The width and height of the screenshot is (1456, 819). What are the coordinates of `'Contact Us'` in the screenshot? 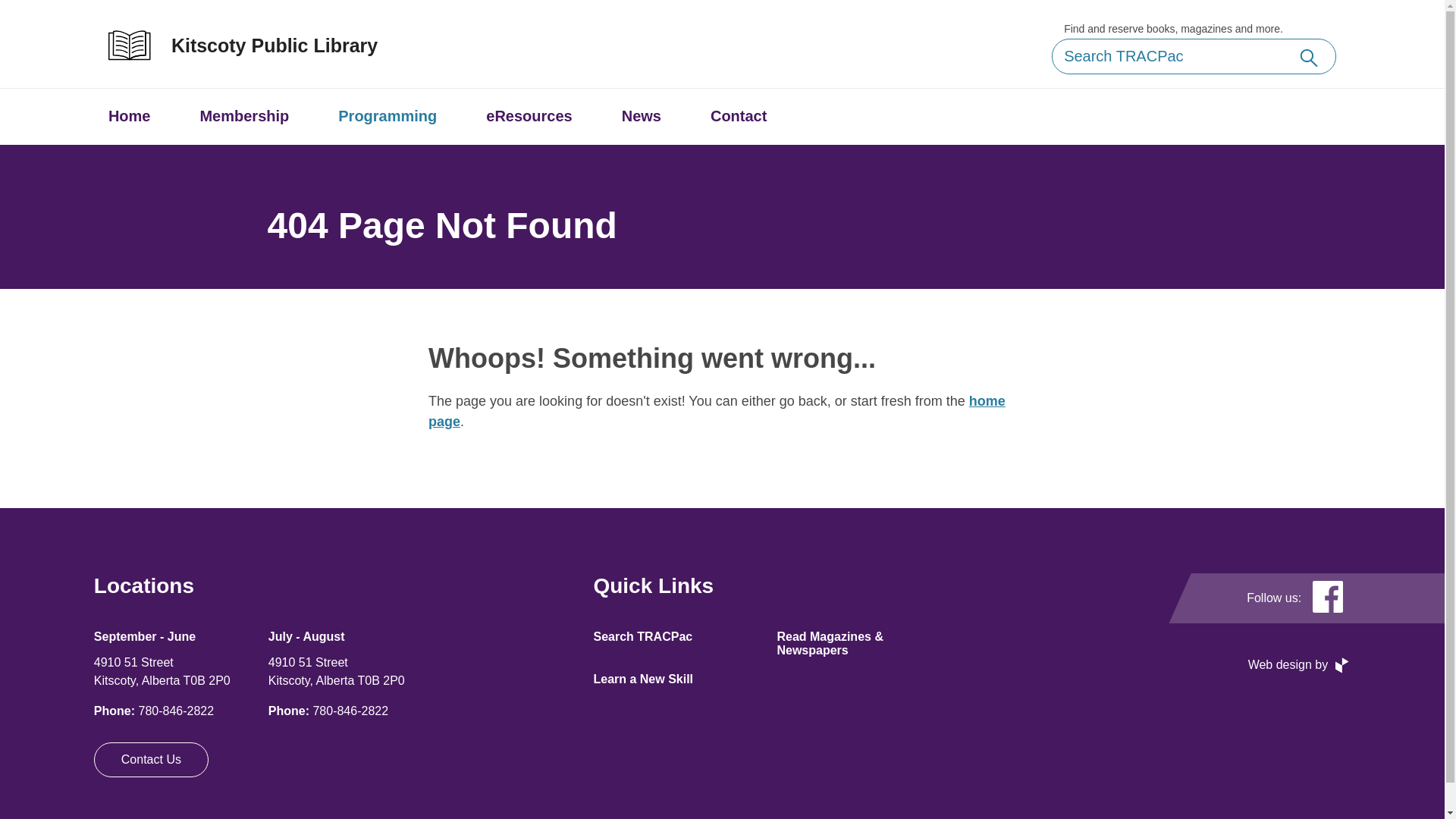 It's located at (151, 760).